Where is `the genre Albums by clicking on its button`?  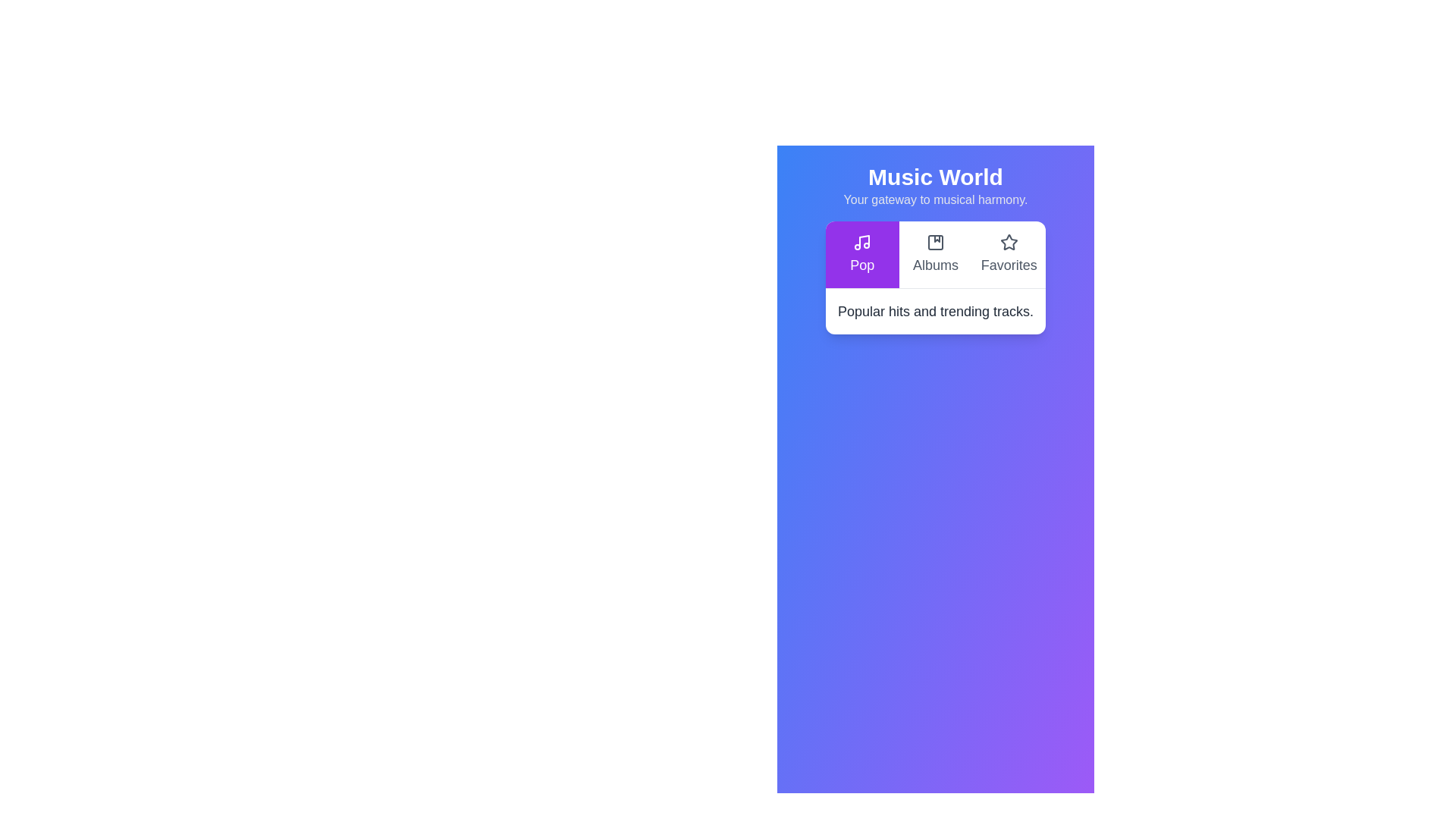
the genre Albums by clicking on its button is located at coordinates (934, 253).